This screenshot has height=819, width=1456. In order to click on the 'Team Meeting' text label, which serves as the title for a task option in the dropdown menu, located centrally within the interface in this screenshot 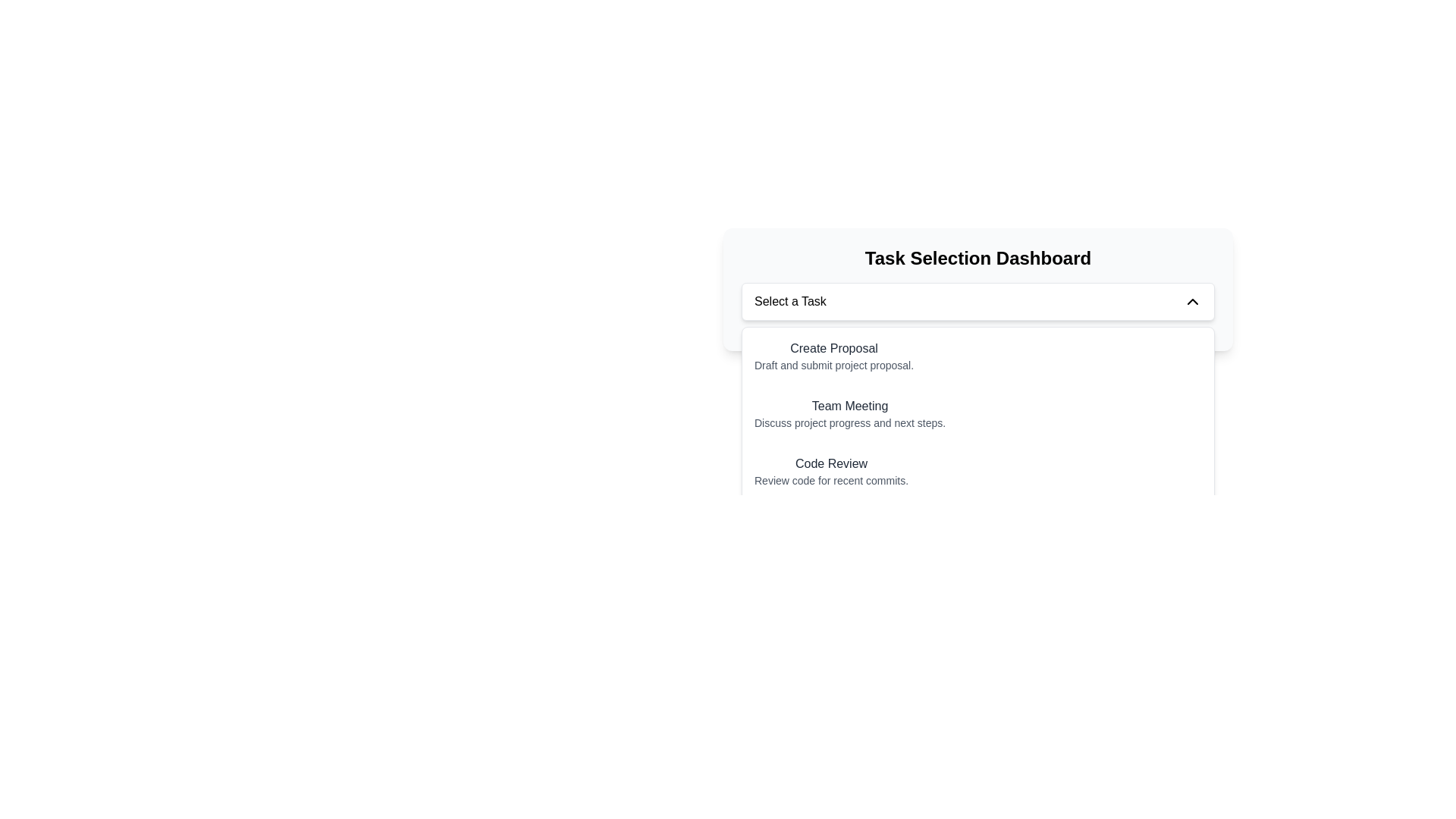, I will do `click(850, 406)`.